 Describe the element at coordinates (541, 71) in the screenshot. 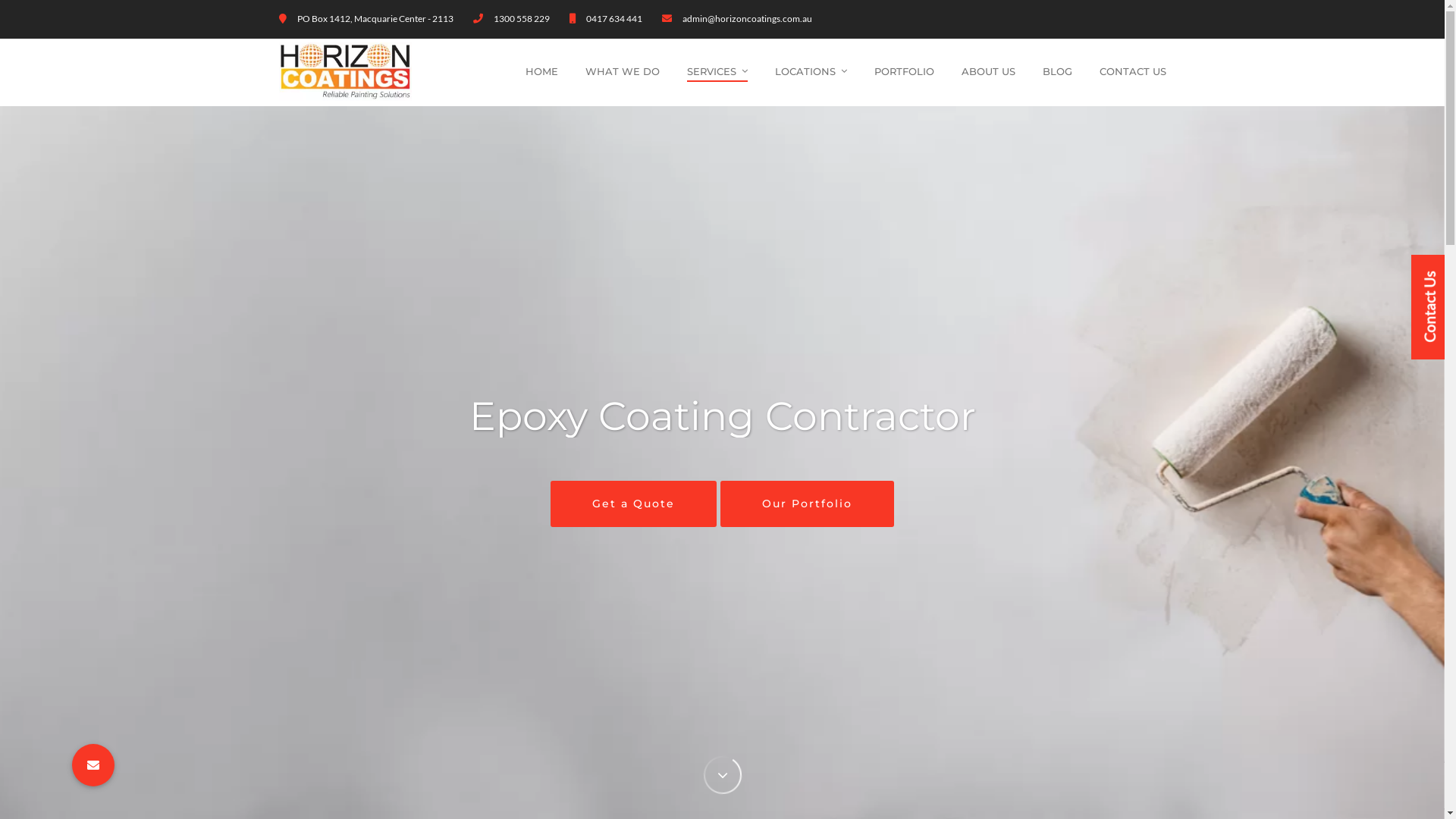

I see `'HOME'` at that location.